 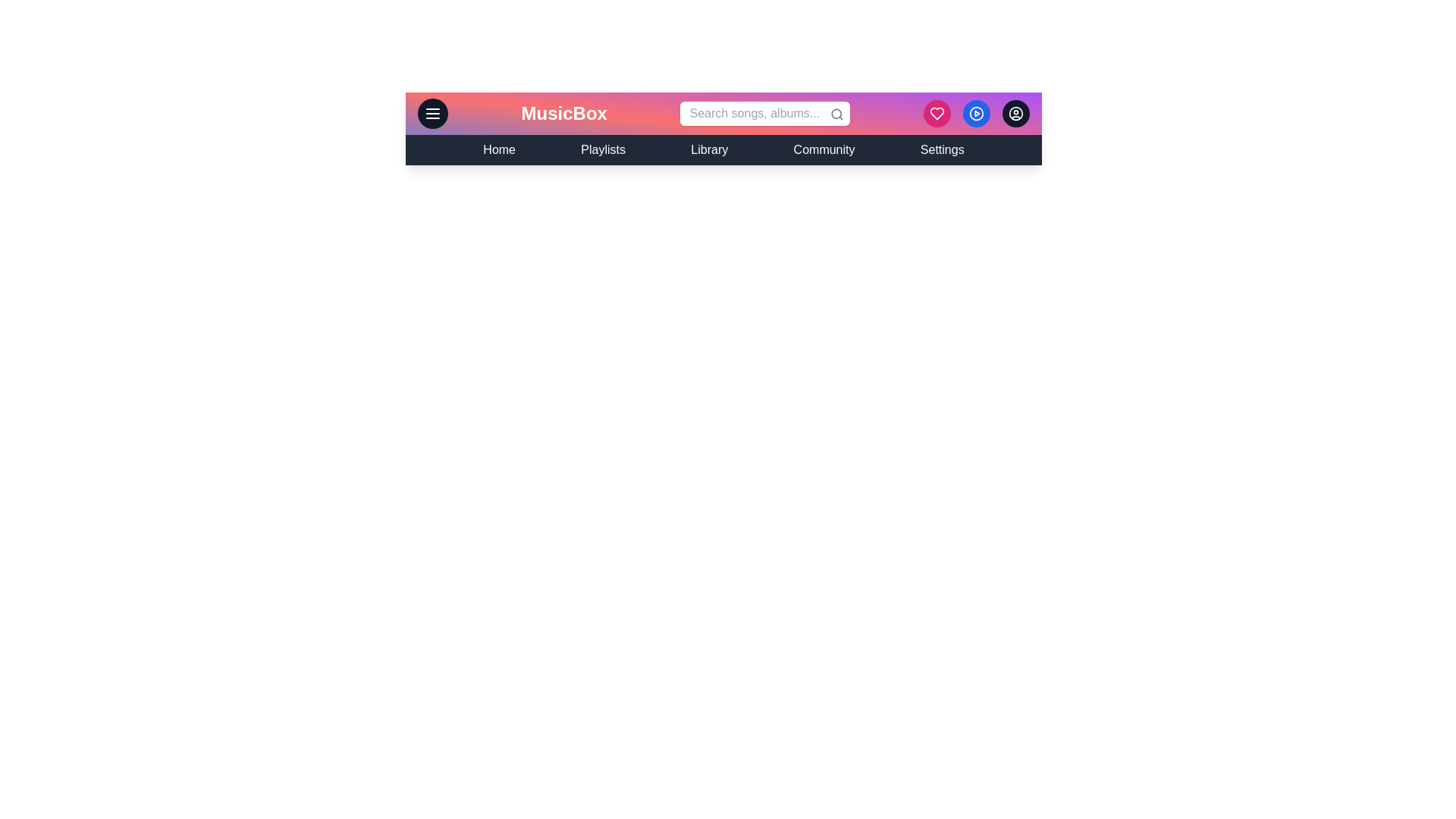 What do you see at coordinates (708, 149) in the screenshot?
I see `the navigation link Library to navigate to the respective section` at bounding box center [708, 149].